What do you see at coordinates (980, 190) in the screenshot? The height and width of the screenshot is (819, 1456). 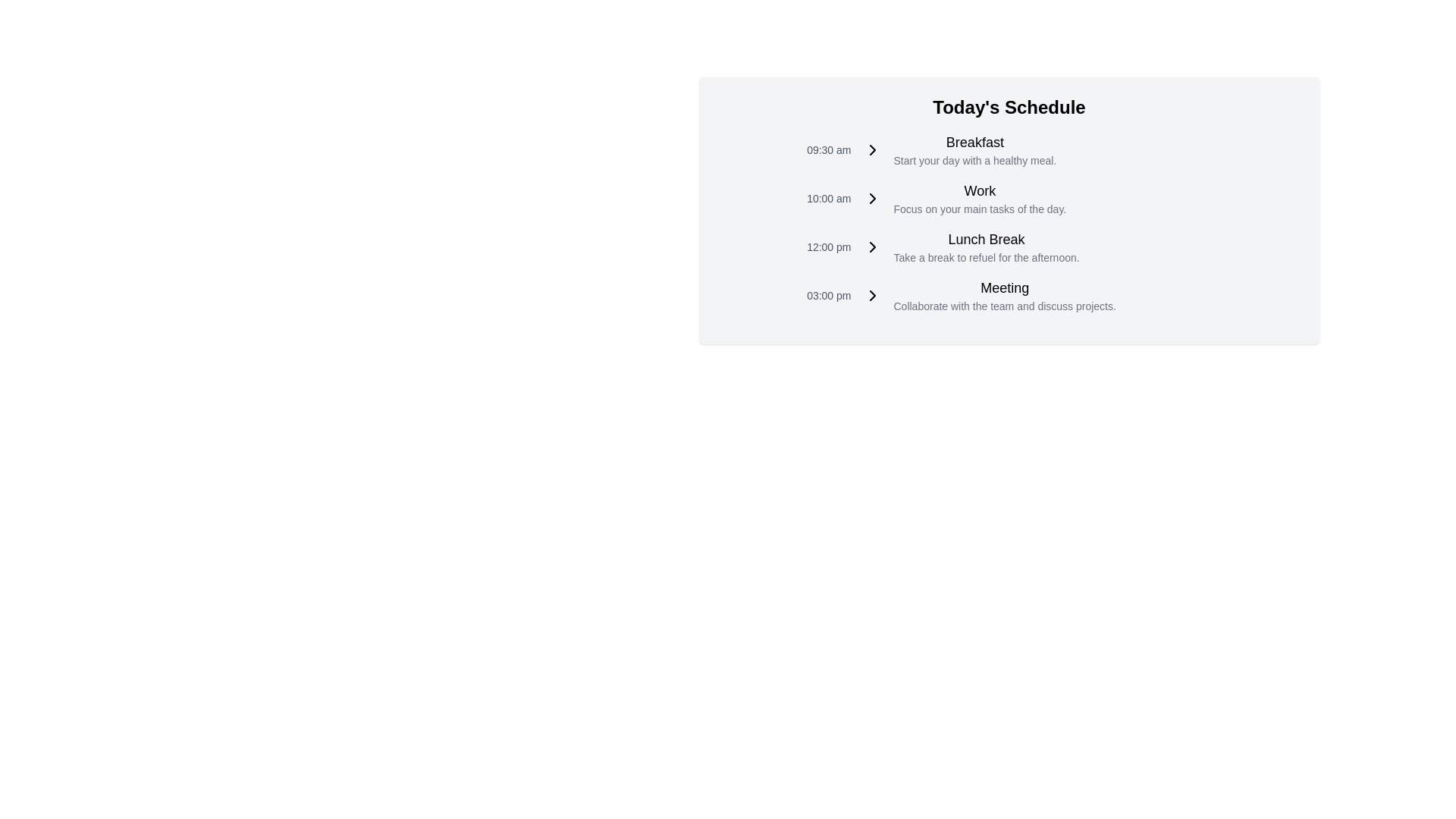 I see `the Text Label displaying 'Work', which serves as the title for the schedule item under the '10:00 am' entry` at bounding box center [980, 190].